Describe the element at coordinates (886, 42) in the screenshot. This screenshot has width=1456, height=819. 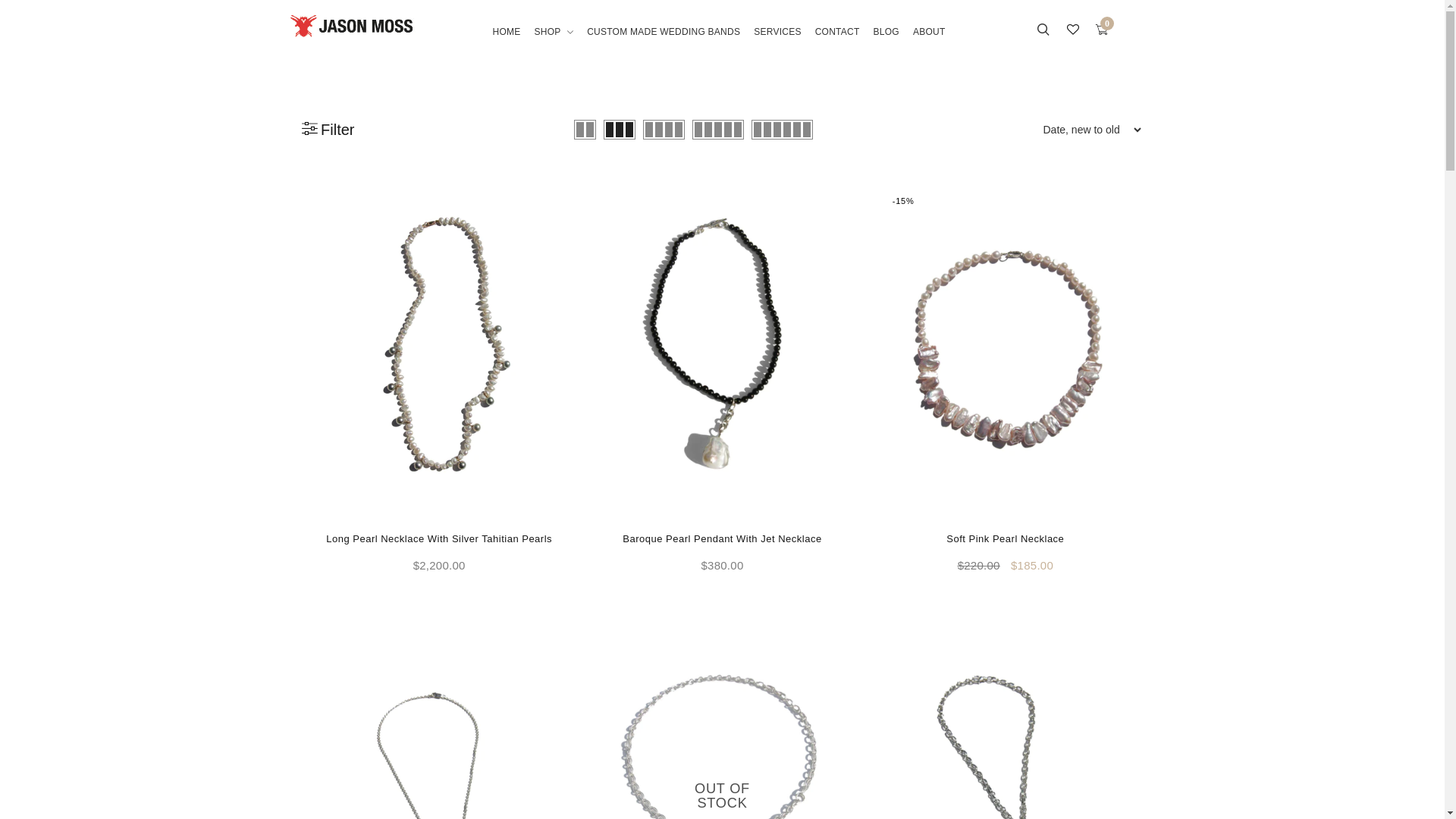
I see `'BLOG'` at that location.